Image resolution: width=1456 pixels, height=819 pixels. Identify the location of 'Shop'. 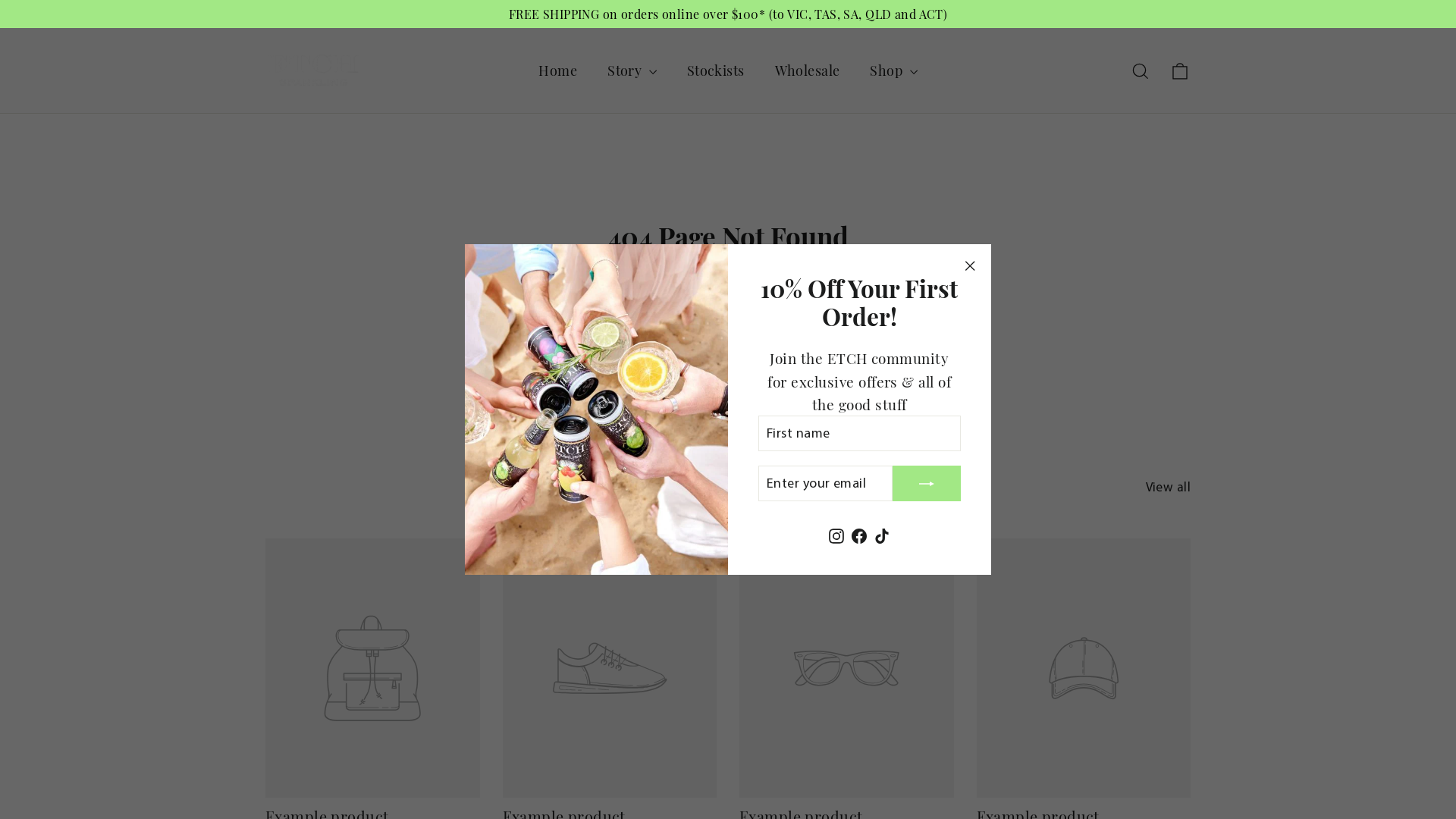
(893, 71).